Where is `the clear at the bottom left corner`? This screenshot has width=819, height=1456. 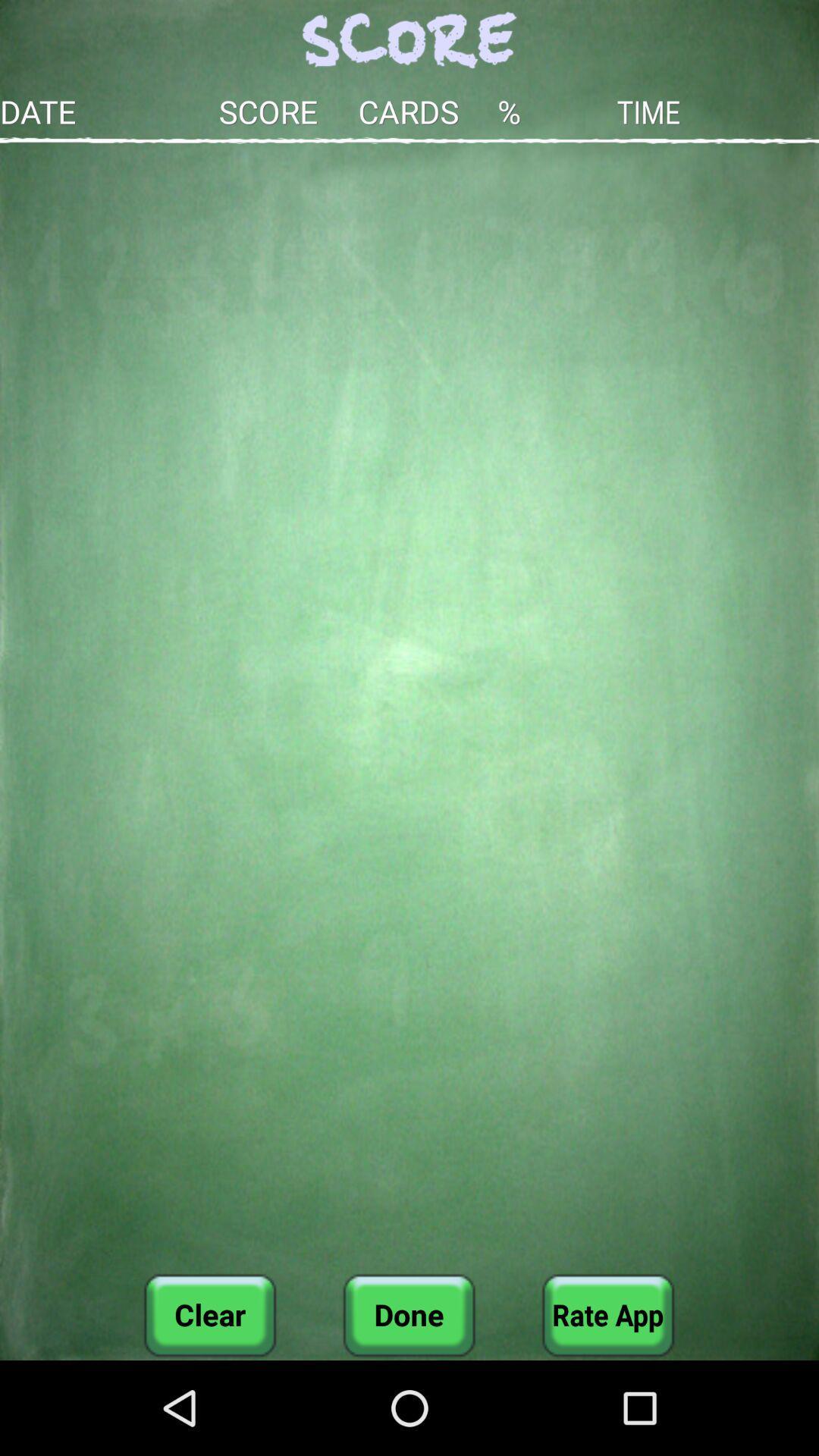
the clear at the bottom left corner is located at coordinates (210, 1314).